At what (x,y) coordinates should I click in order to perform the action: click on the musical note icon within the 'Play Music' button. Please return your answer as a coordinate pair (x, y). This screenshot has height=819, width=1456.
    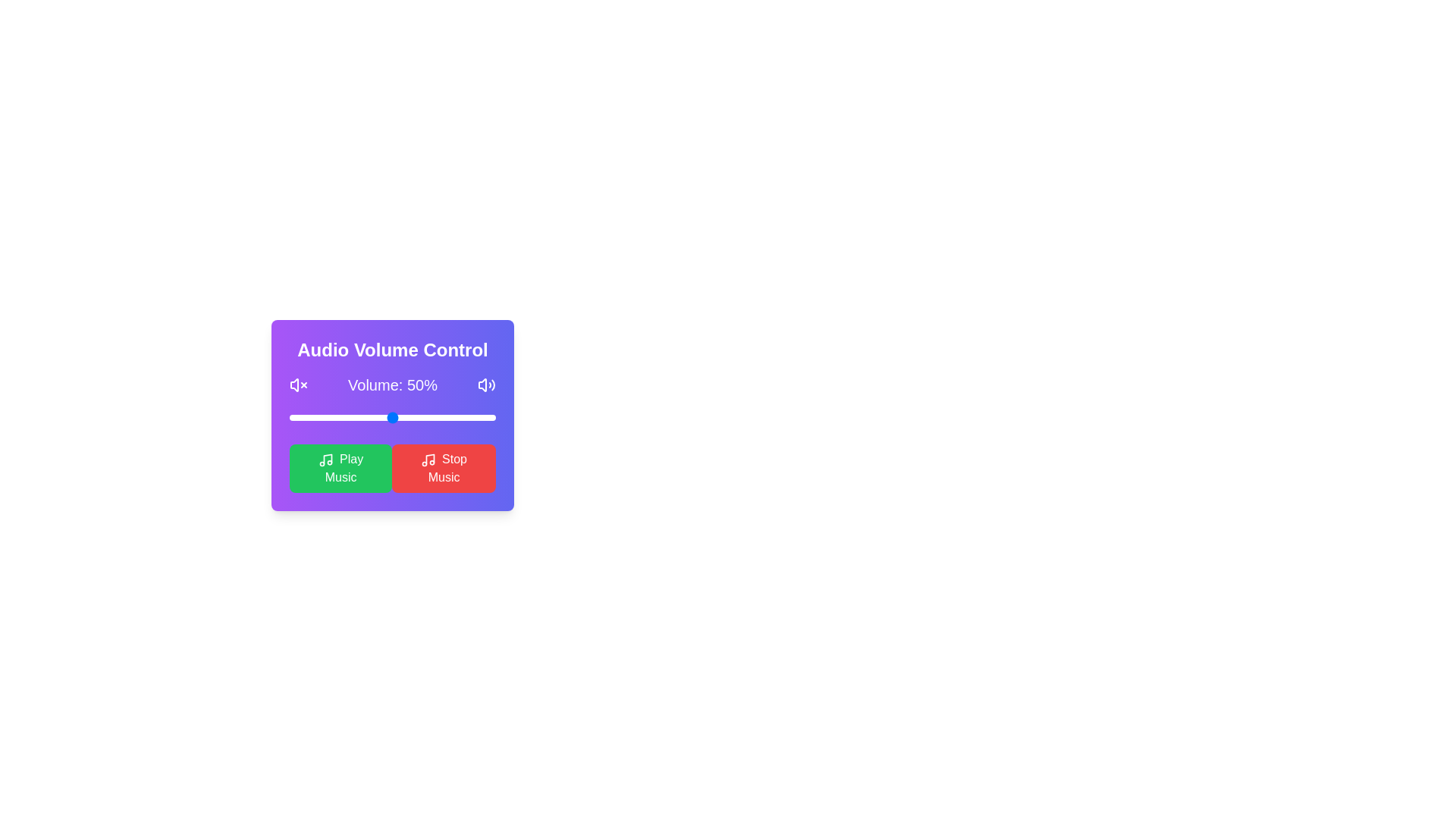
    Looking at the image, I should click on (325, 458).